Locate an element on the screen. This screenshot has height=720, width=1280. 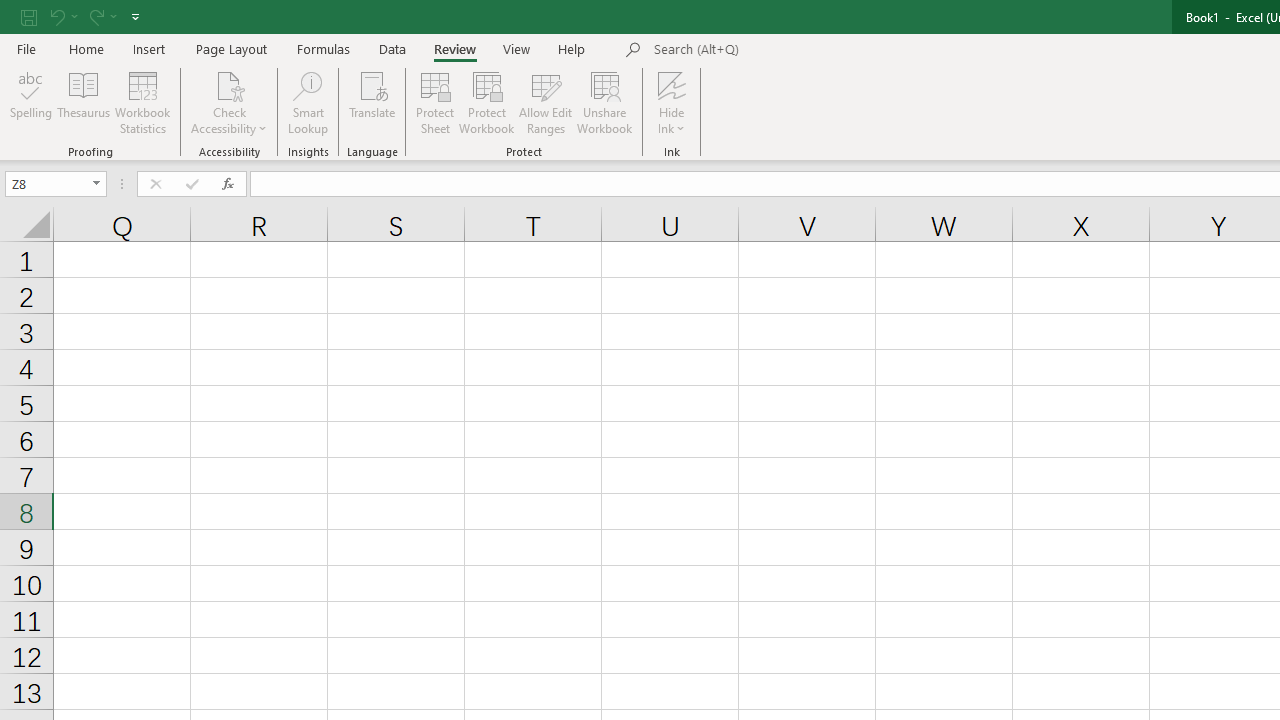
'Workbook Statistics' is located at coordinates (141, 103).